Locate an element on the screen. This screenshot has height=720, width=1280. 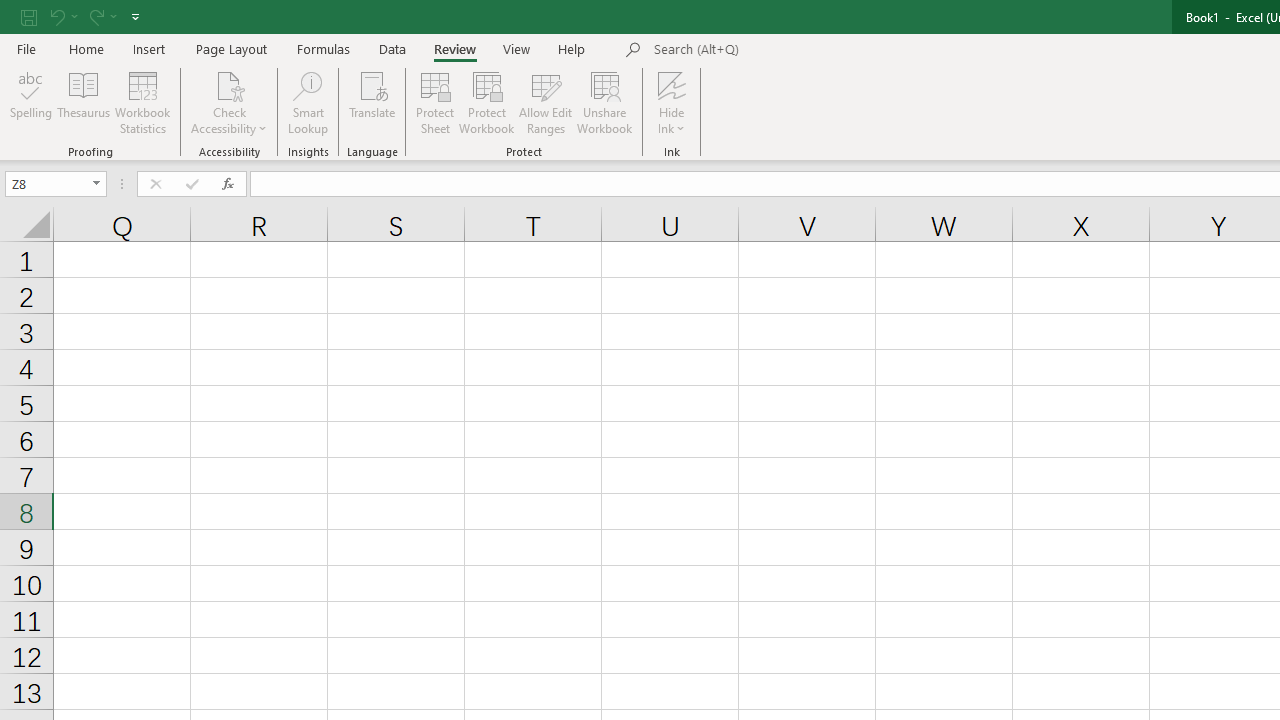
'Workbook Statistics' is located at coordinates (141, 103).